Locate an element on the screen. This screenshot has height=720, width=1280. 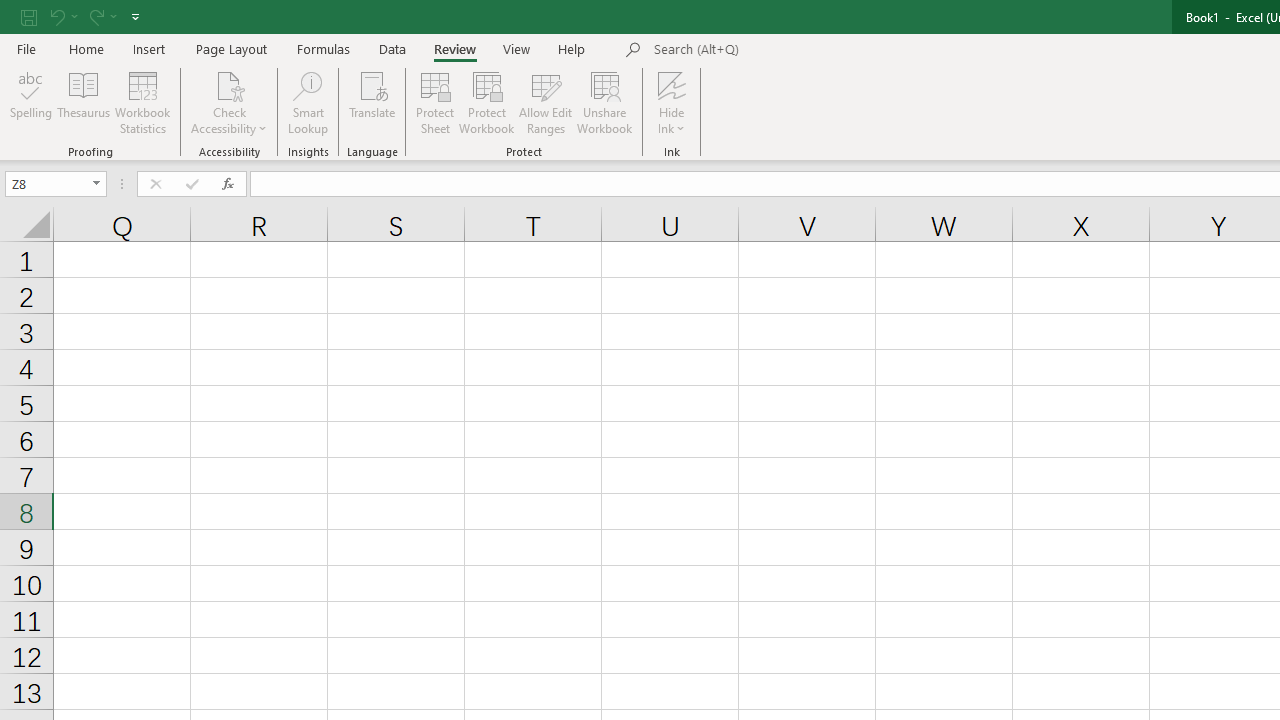
'Workbook Statistics' is located at coordinates (141, 103).